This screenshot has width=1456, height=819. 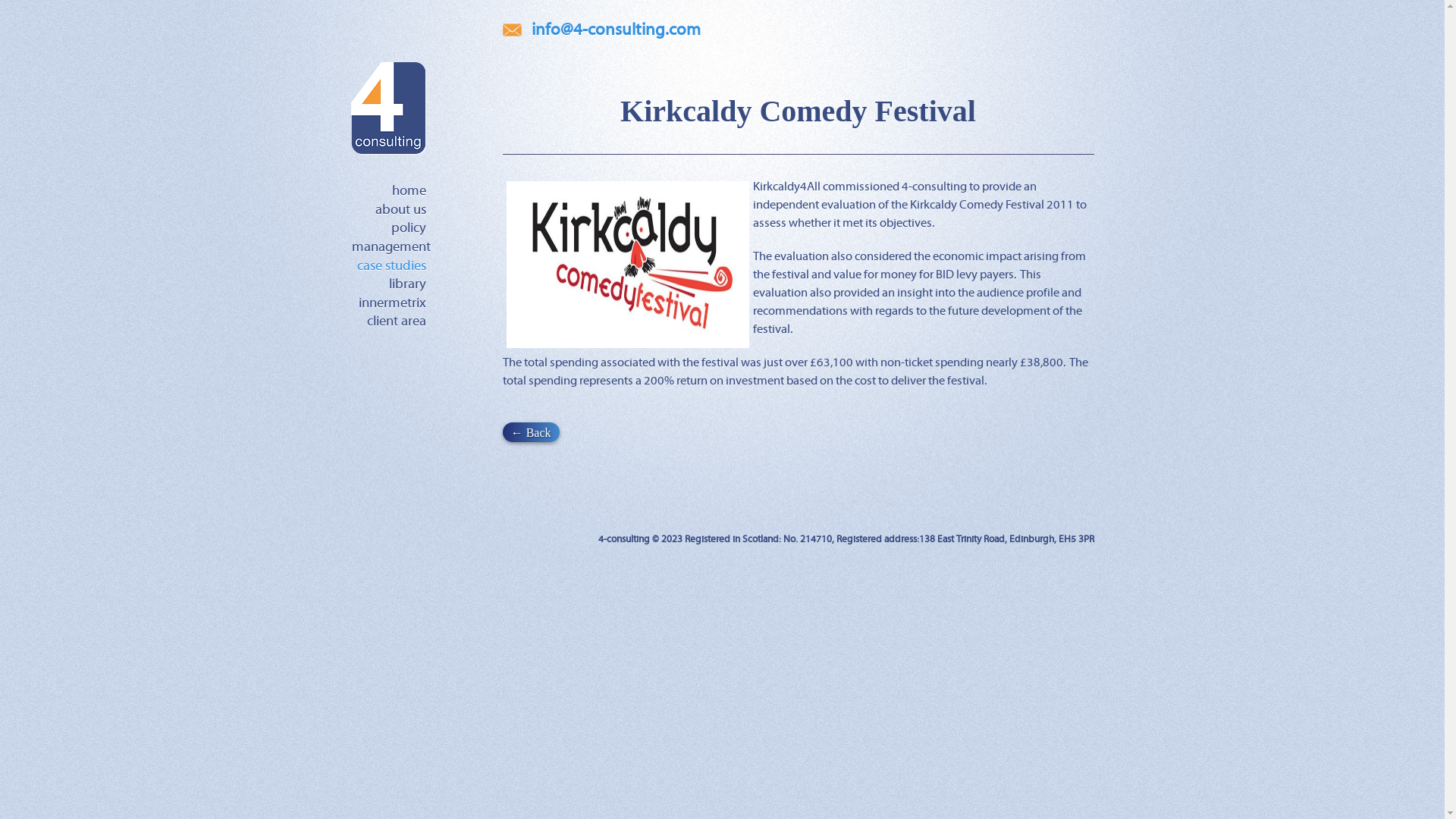 What do you see at coordinates (391, 190) in the screenshot?
I see `'home'` at bounding box center [391, 190].